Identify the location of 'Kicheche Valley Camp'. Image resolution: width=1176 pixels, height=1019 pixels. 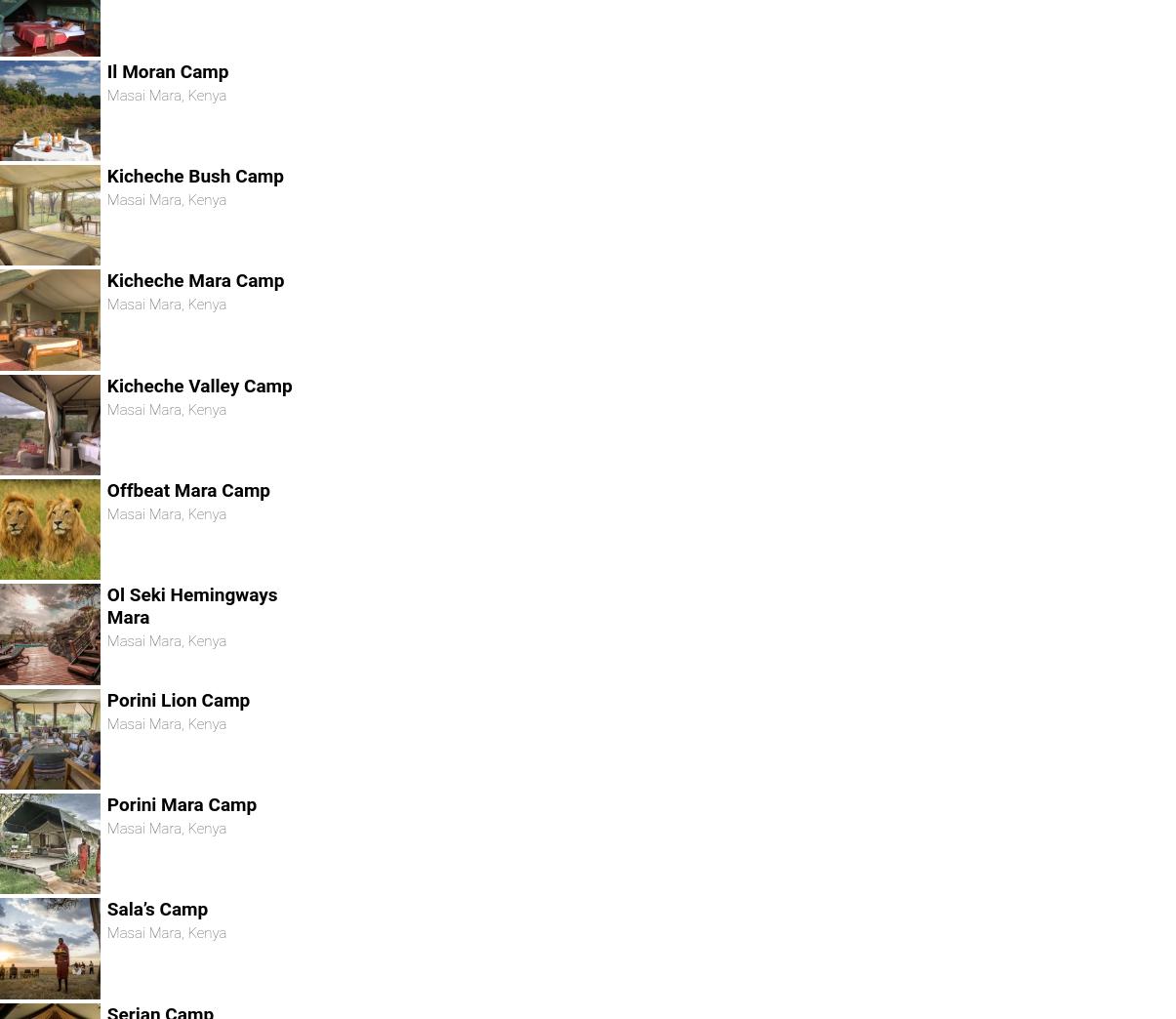
(198, 384).